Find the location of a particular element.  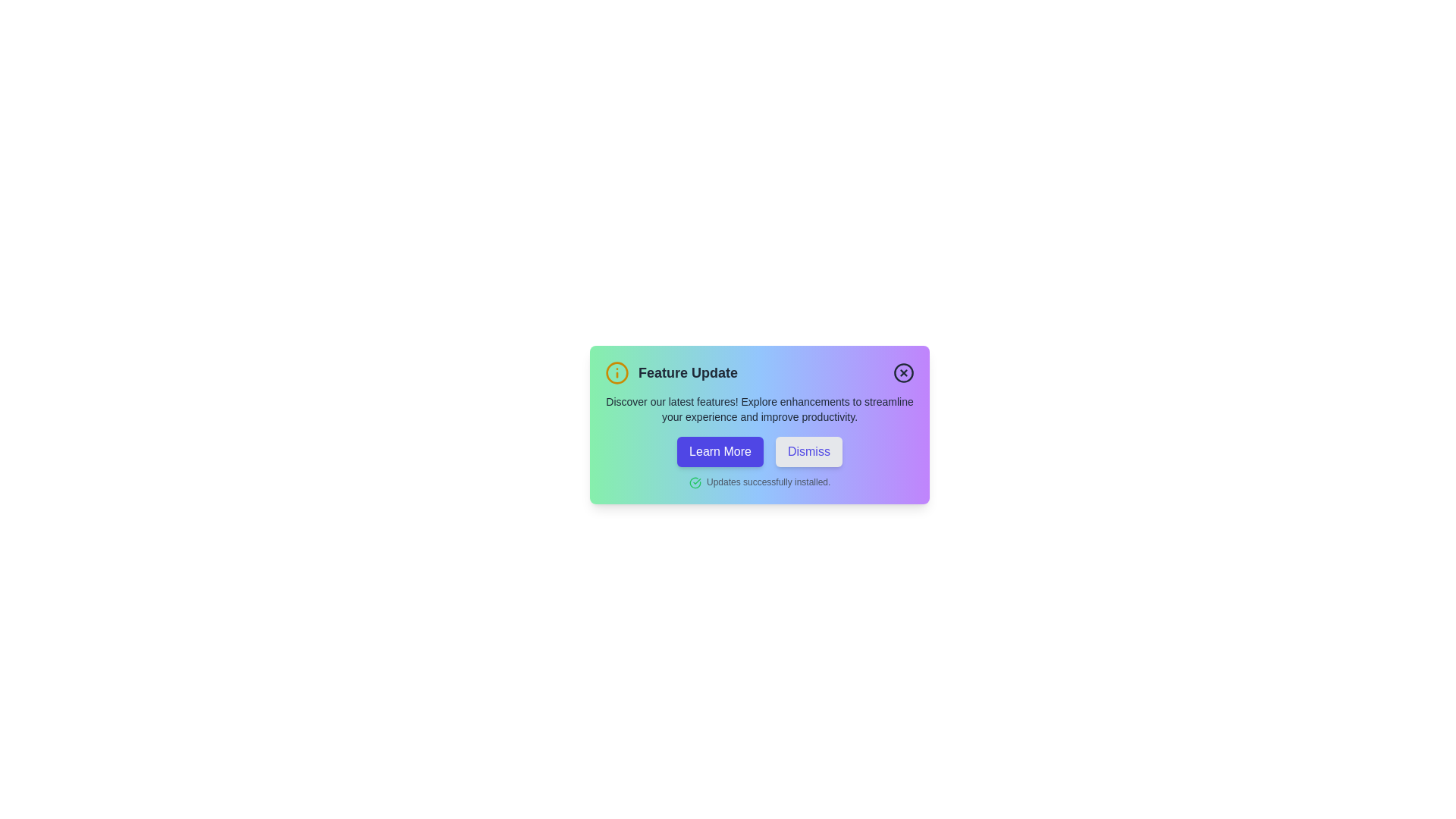

the 'Learn More' button to explore additional features is located at coordinates (720, 451).